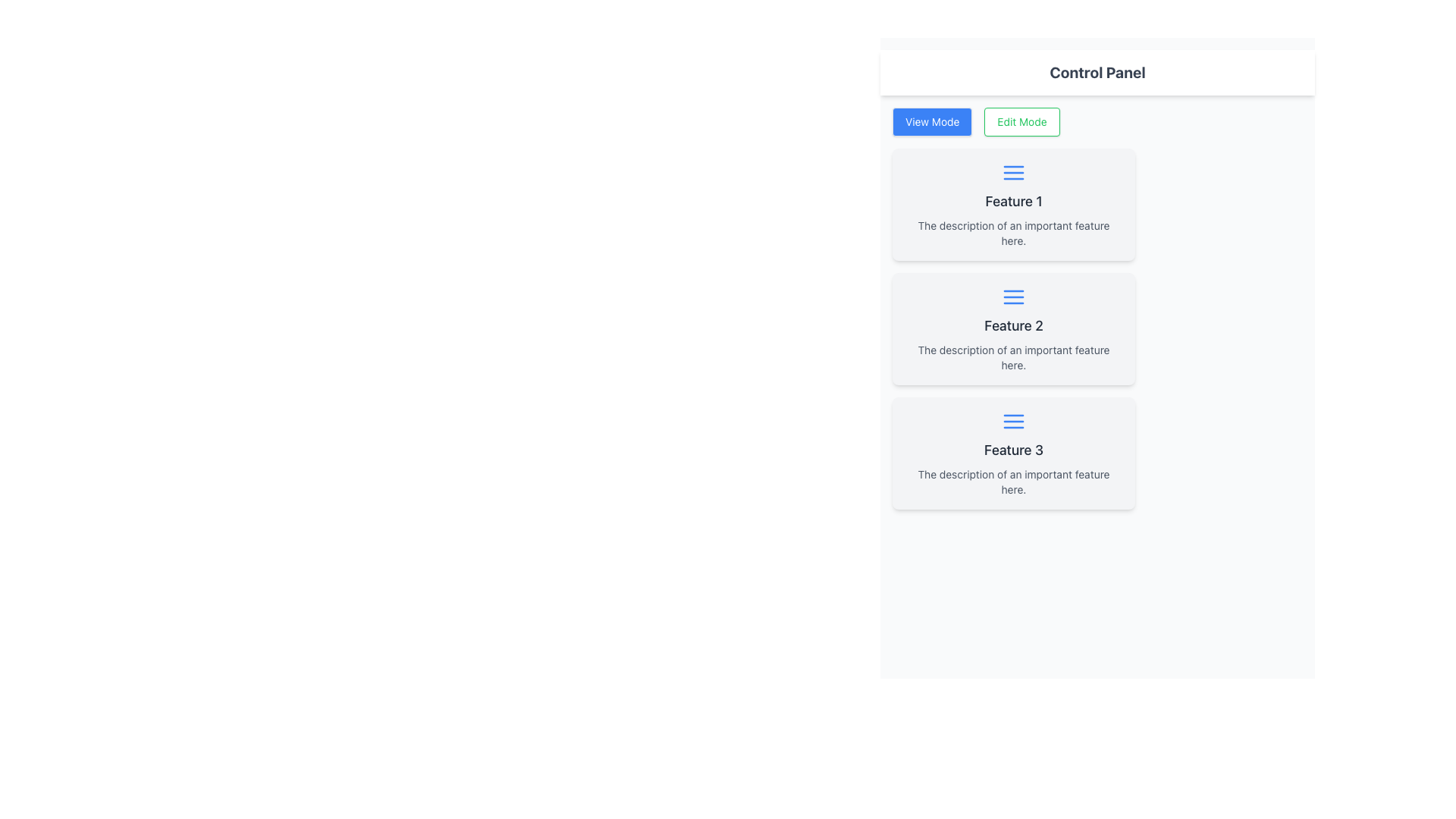 The height and width of the screenshot is (819, 1456). What do you see at coordinates (1014, 325) in the screenshot?
I see `the text element displaying 'Feature 2', which is styled in a large, bold font and located in a card-like structure below an icon and above descriptive text` at bounding box center [1014, 325].